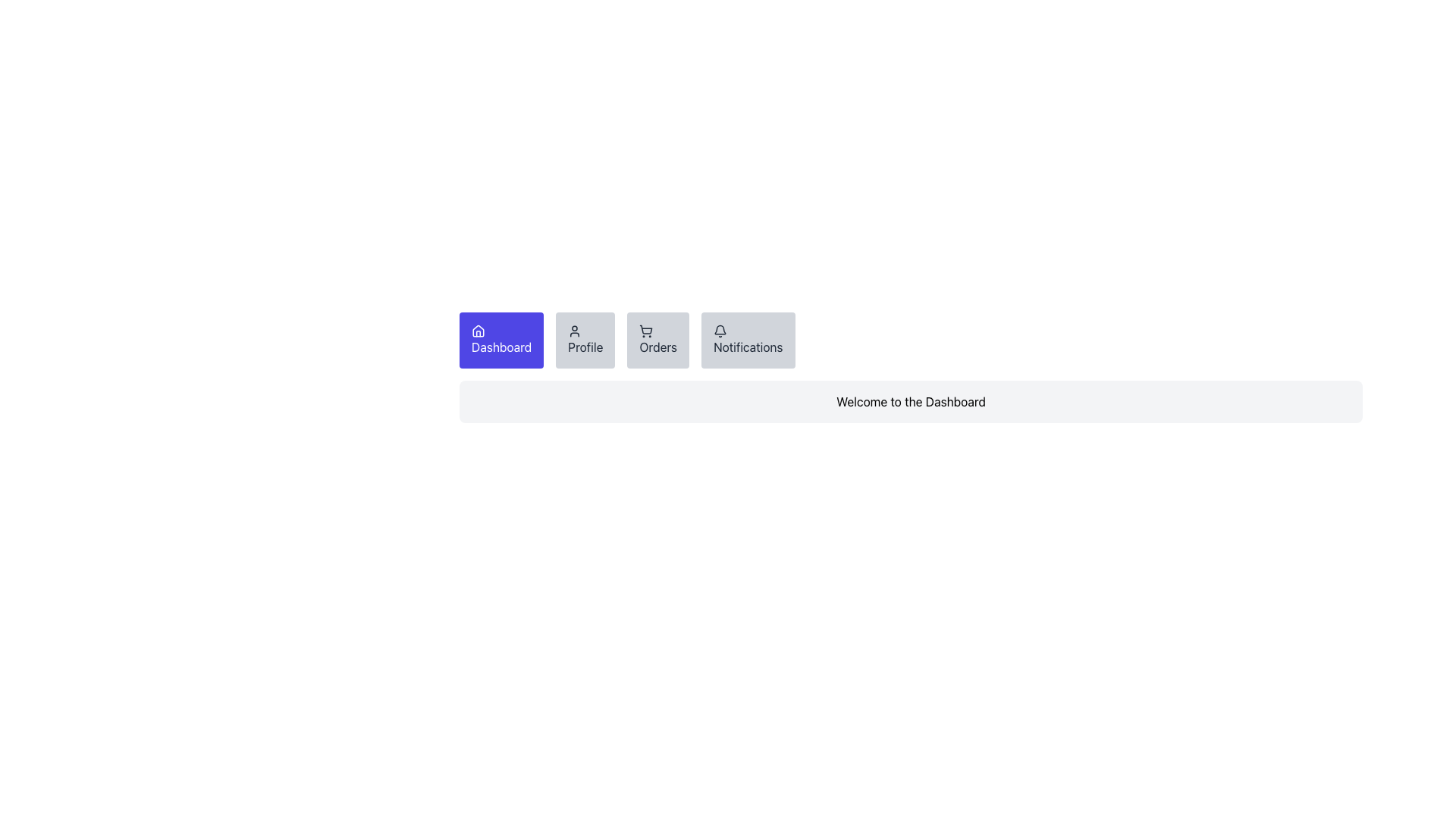 The height and width of the screenshot is (819, 1456). What do you see at coordinates (477, 329) in the screenshot?
I see `the upper triangular shape of the house icon which is part of the purple 'Dashboard' button in the navigation menu` at bounding box center [477, 329].